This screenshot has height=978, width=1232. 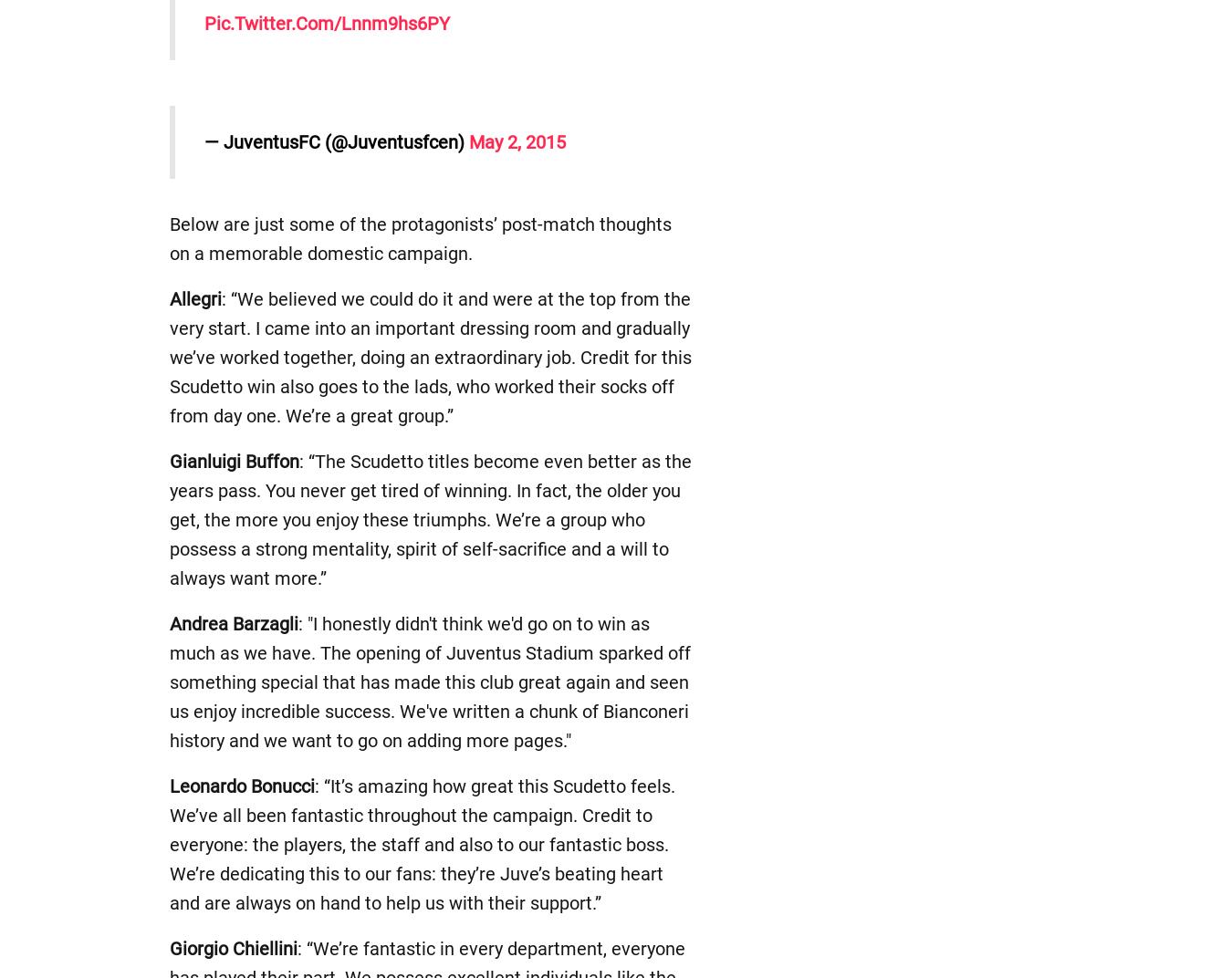 I want to click on ': “We believed we could do it and were at the top from the very start. I came into an important dressing room and gradually we’ve worked together, doing an extraordinary job. Credit for this Scudetto win also goes to the lads, who worked their socks off from day one. We’re a great group.”', so click(x=429, y=358).